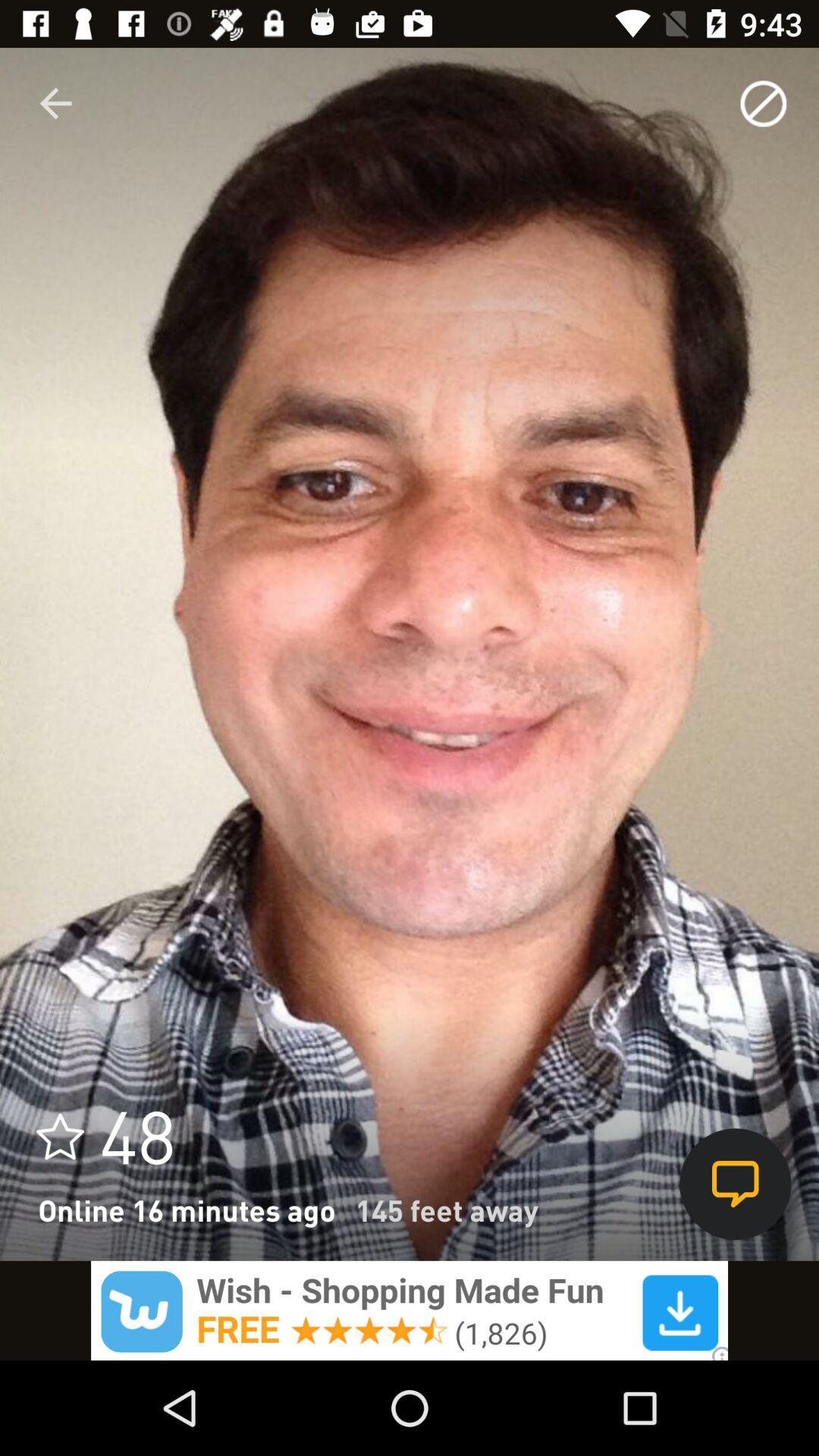 The width and height of the screenshot is (819, 1456). Describe the element at coordinates (734, 1183) in the screenshot. I see `chat button` at that location.